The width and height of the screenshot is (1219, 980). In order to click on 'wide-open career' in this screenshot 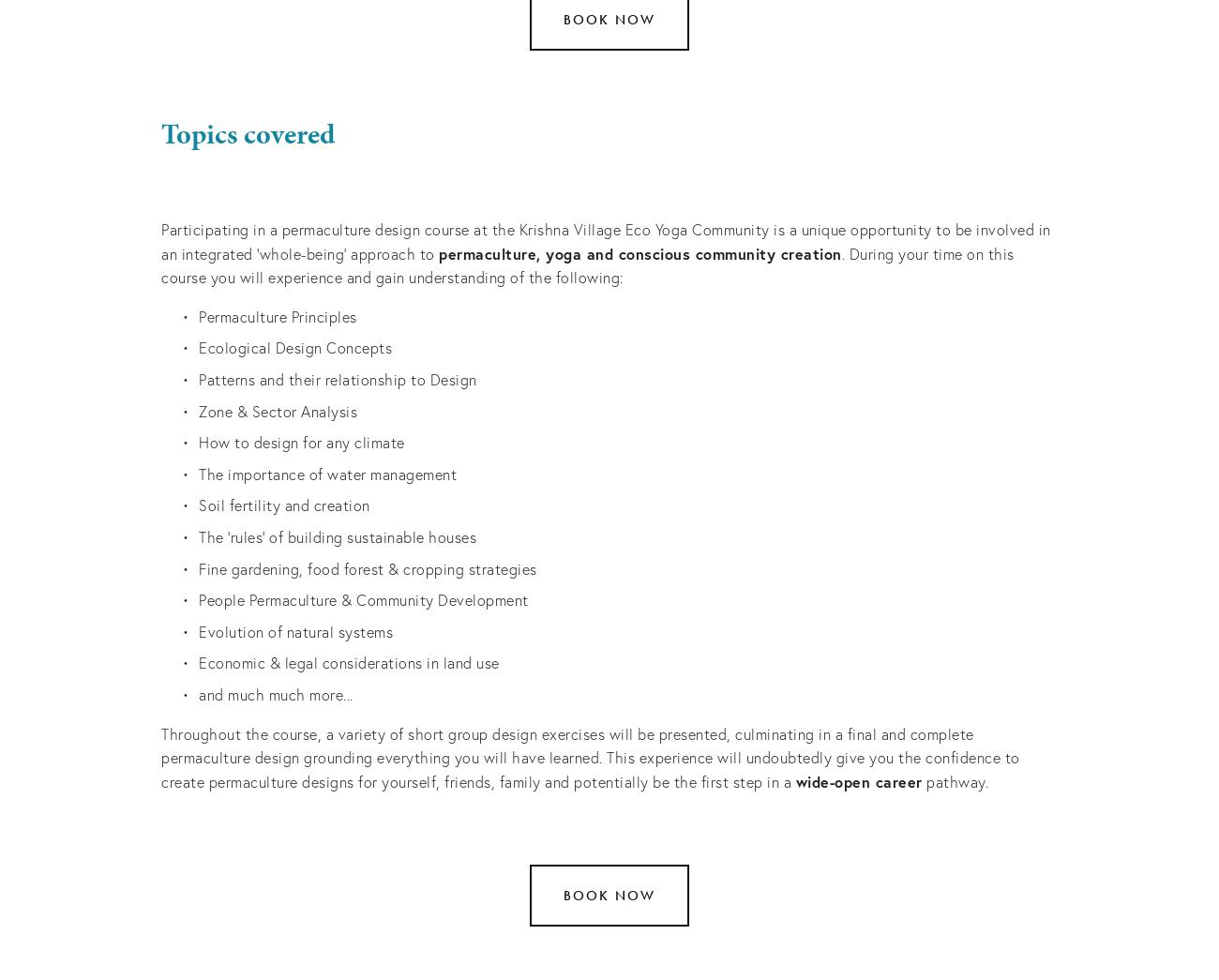, I will do `click(857, 779)`.